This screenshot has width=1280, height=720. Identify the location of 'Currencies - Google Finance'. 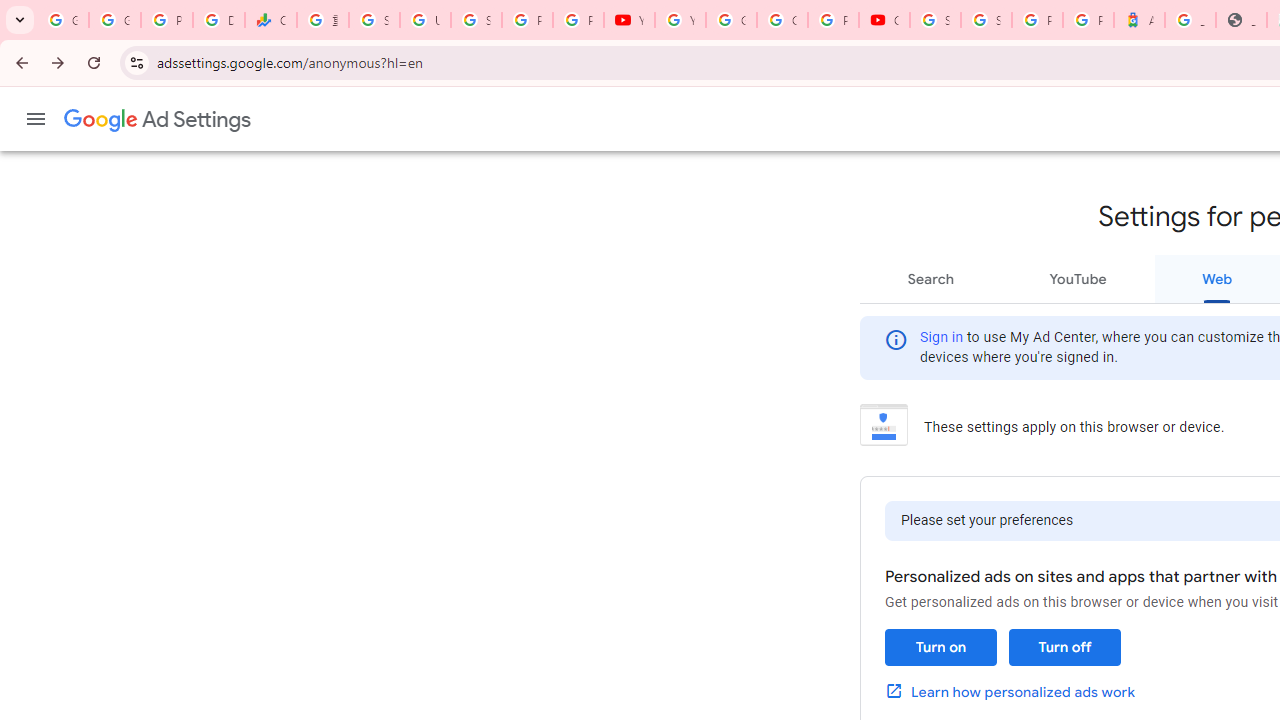
(269, 20).